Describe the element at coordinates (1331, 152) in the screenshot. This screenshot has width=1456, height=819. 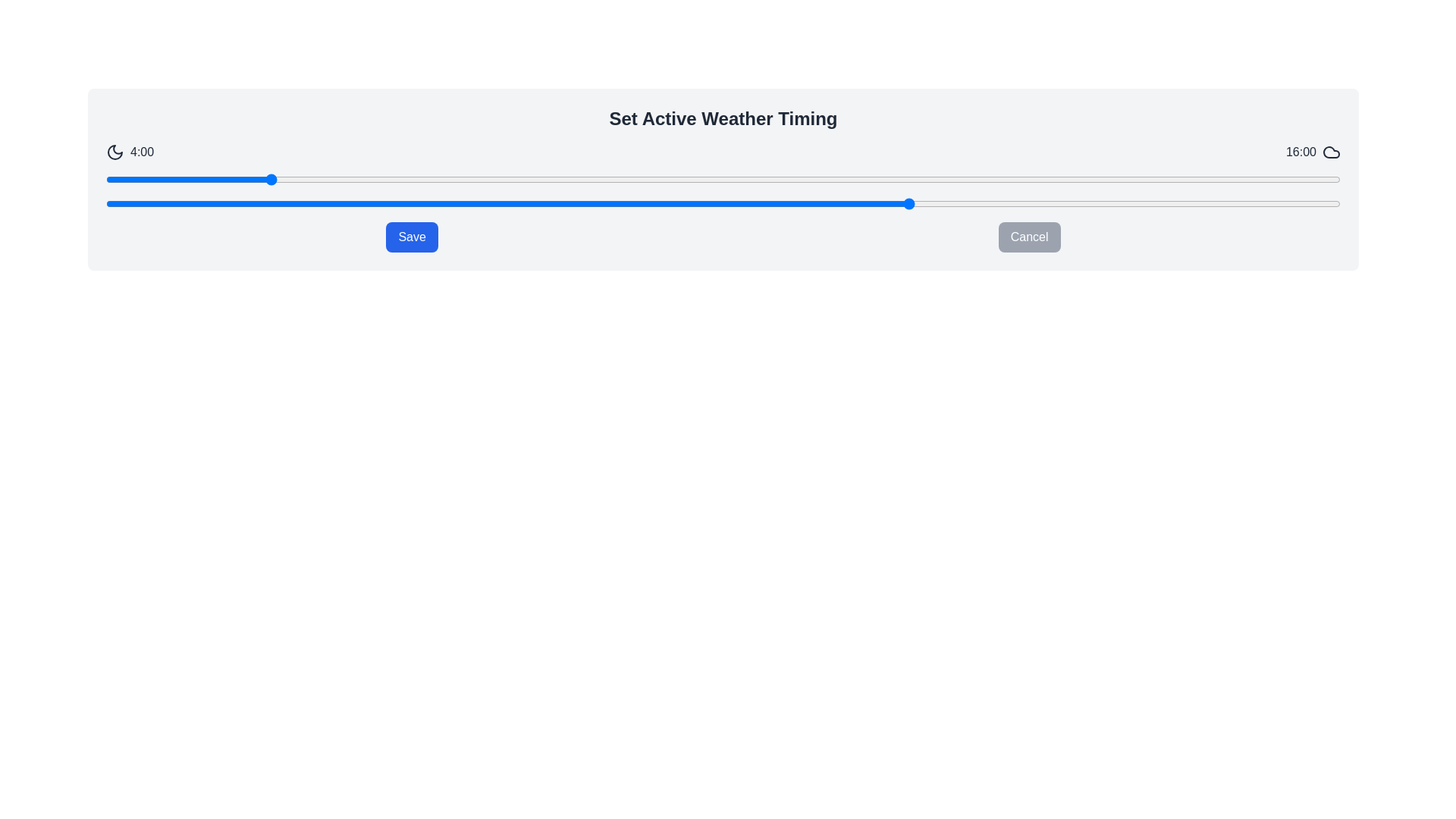
I see `the cloud-shaped icon located near the time display '16:00' in the top-right corner of the main interface area` at that location.